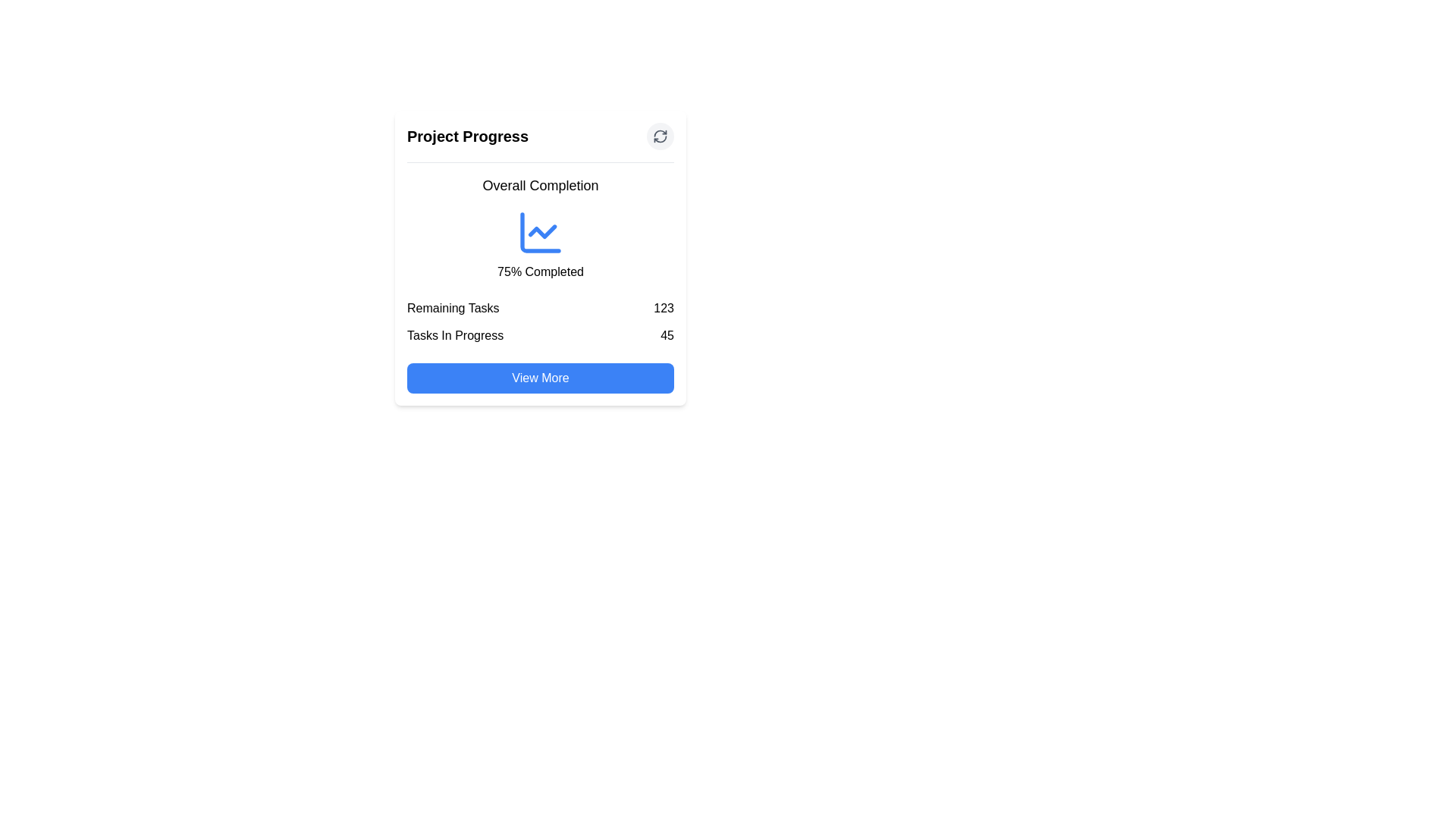  I want to click on number displayed in the text component representing '123', which is styled with a black font and located to the right of the label 'Remaining Tasks', so click(664, 308).